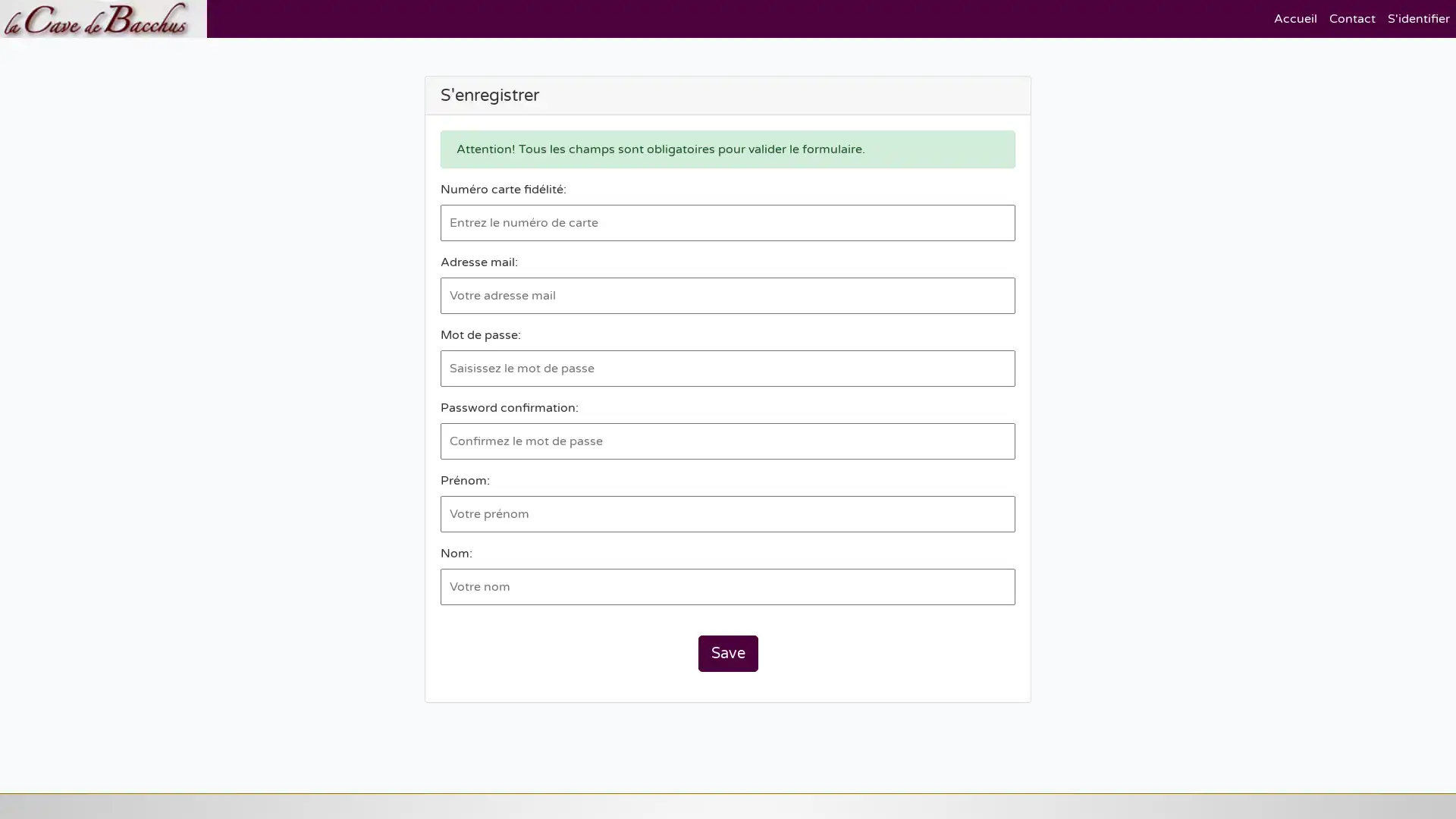 The image size is (1456, 819). What do you see at coordinates (726, 652) in the screenshot?
I see `Save` at bounding box center [726, 652].